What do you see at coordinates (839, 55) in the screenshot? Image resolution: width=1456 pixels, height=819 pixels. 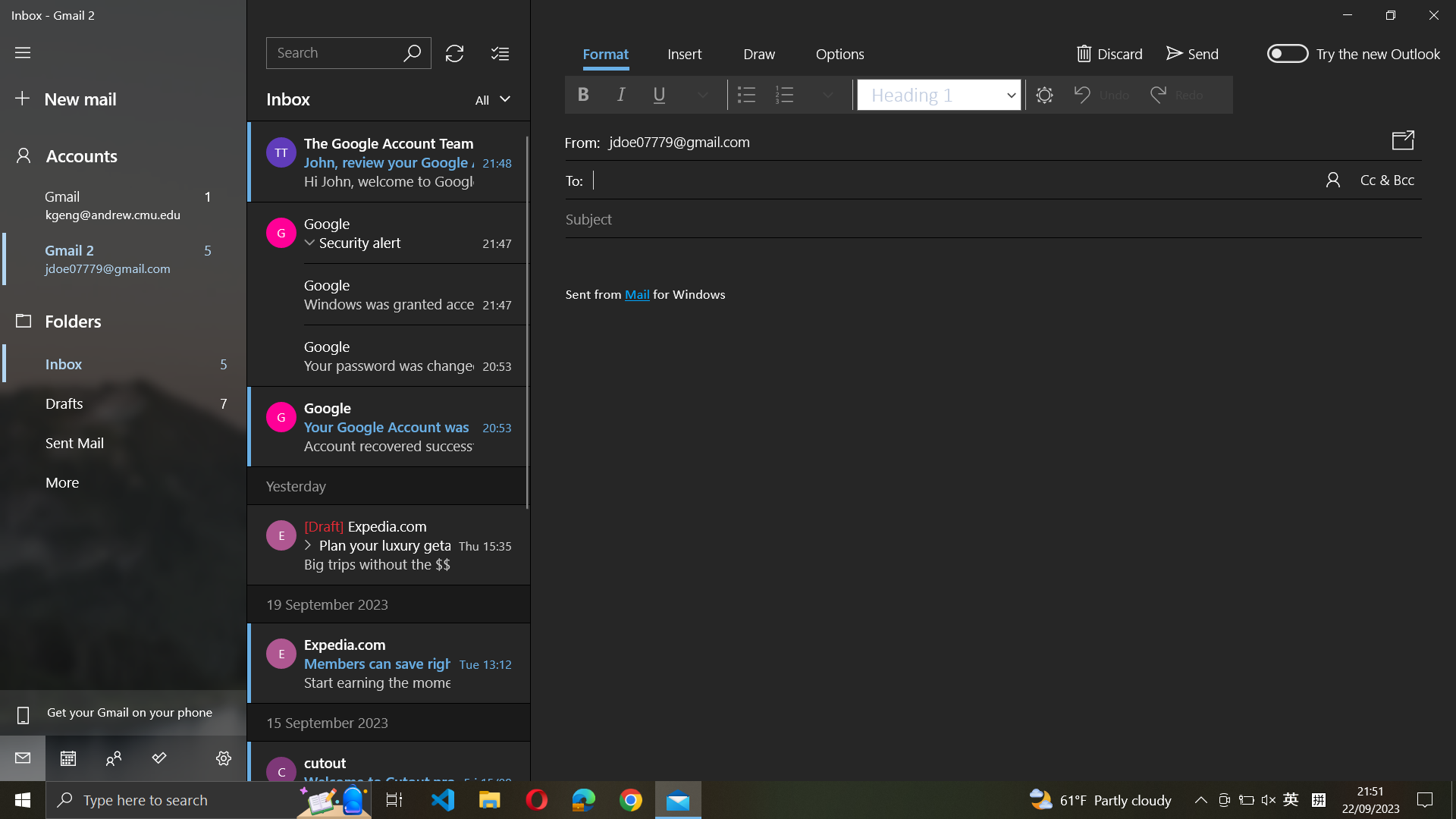 I see `the "Mark as Spam" feature from settings menu` at bounding box center [839, 55].